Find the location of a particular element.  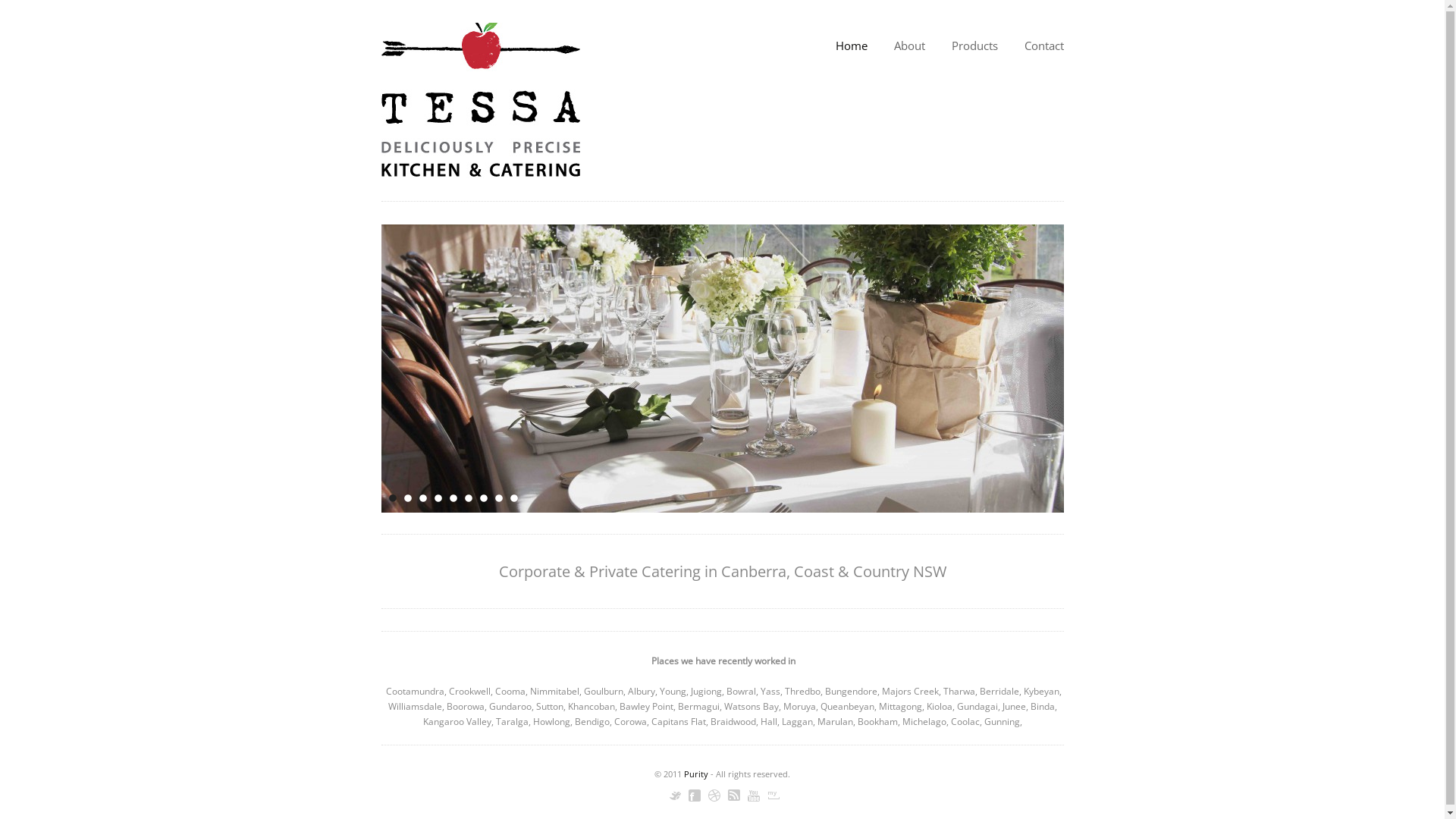

'2' is located at coordinates (403, 497).